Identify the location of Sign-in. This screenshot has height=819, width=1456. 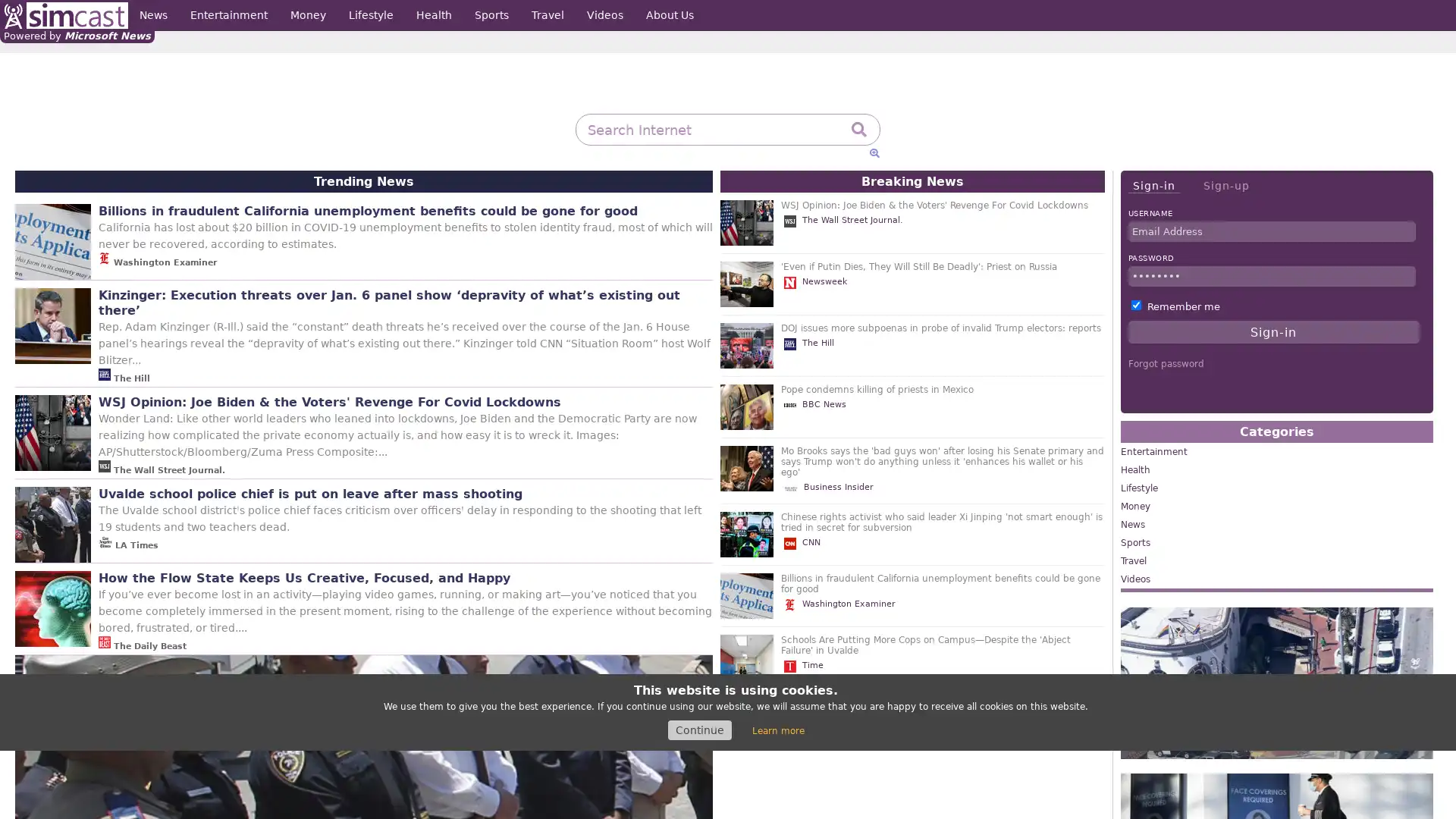
(1153, 185).